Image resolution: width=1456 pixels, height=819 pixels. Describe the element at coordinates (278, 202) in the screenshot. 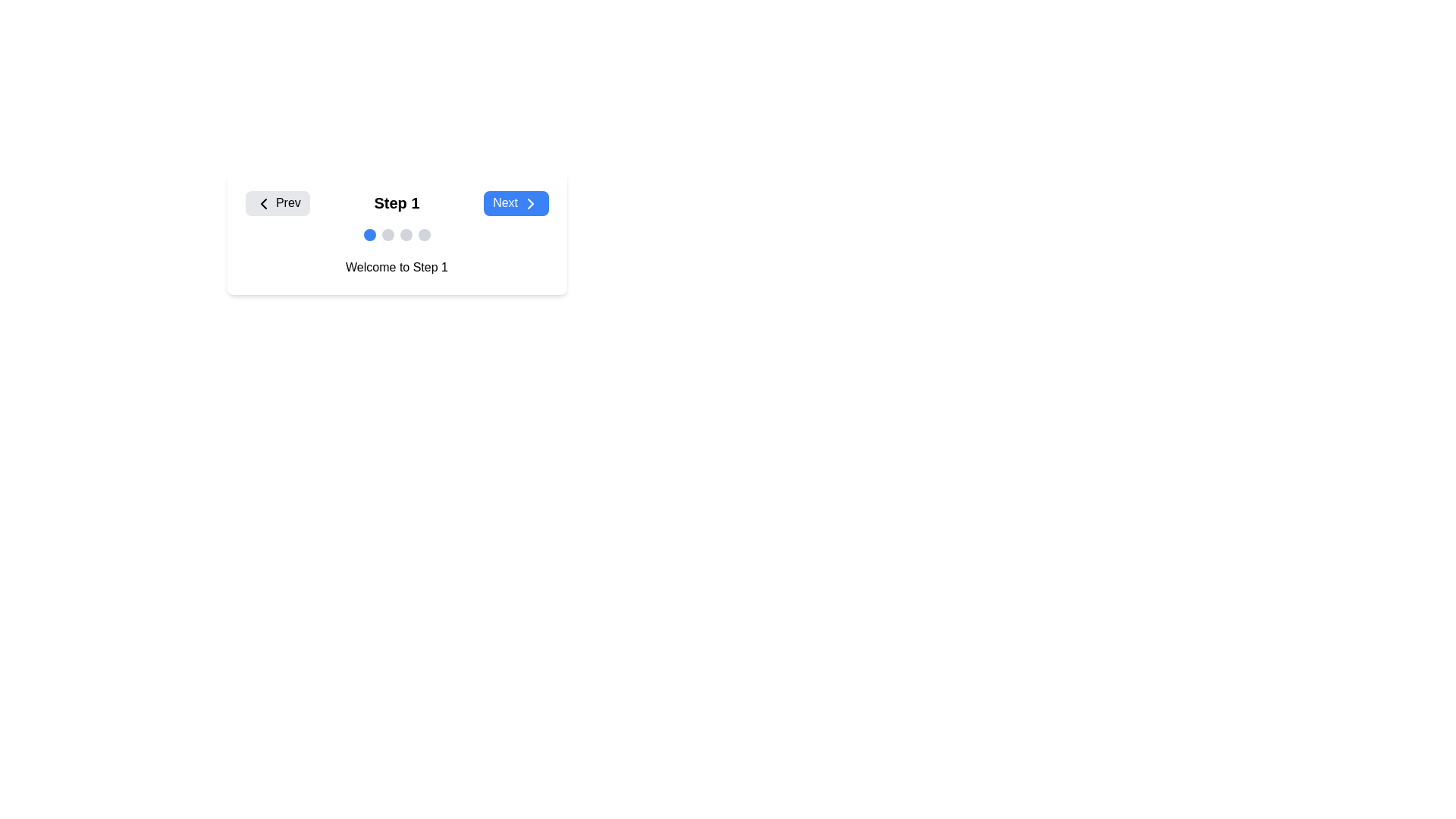

I see `the navigational button that moves to the previous step in the multi-step interface` at that location.